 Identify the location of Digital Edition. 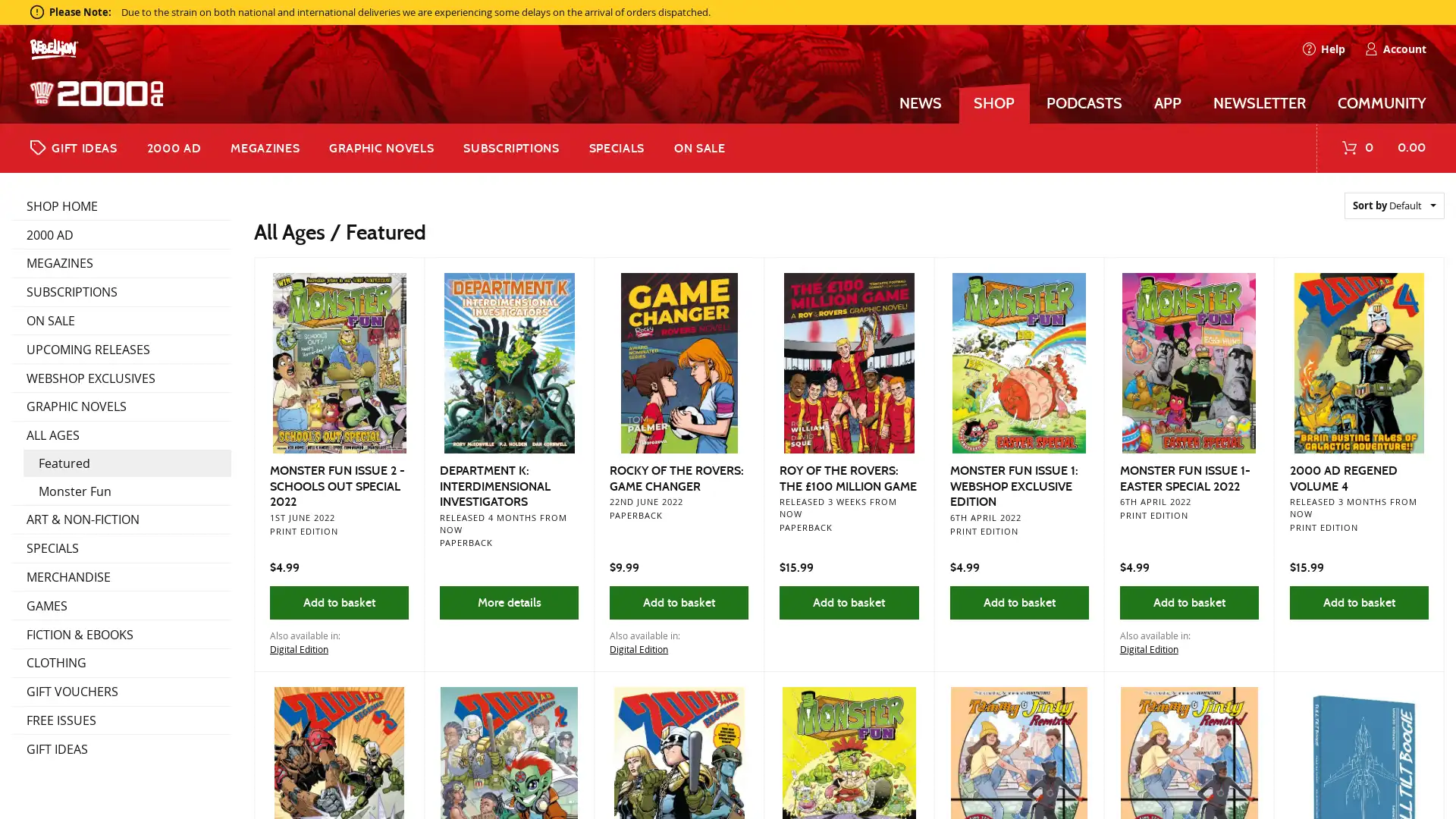
(1148, 648).